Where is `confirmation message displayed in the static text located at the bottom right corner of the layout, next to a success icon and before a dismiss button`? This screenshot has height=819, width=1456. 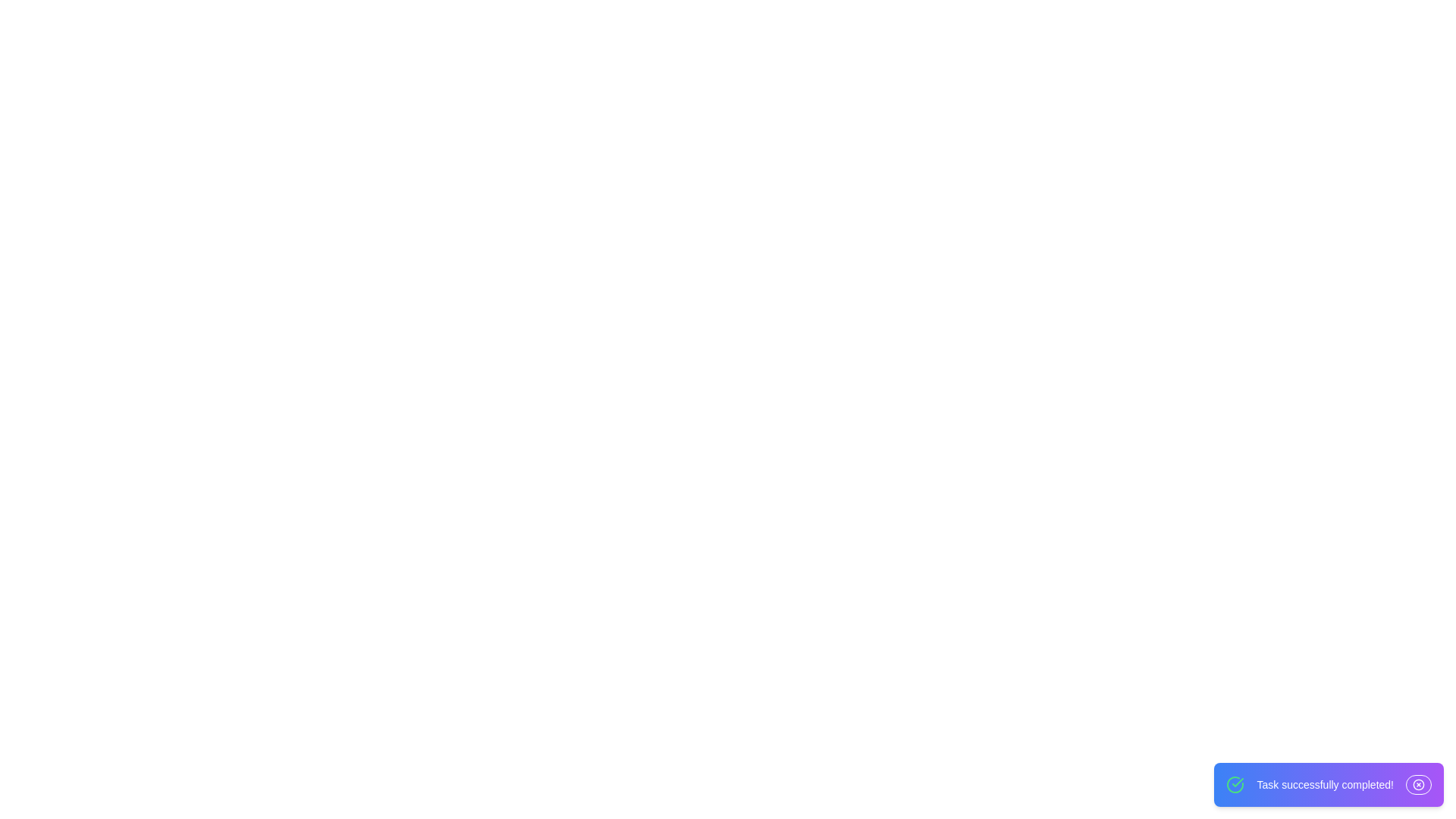
confirmation message displayed in the static text located at the bottom right corner of the layout, next to a success icon and before a dismiss button is located at coordinates (1324, 784).